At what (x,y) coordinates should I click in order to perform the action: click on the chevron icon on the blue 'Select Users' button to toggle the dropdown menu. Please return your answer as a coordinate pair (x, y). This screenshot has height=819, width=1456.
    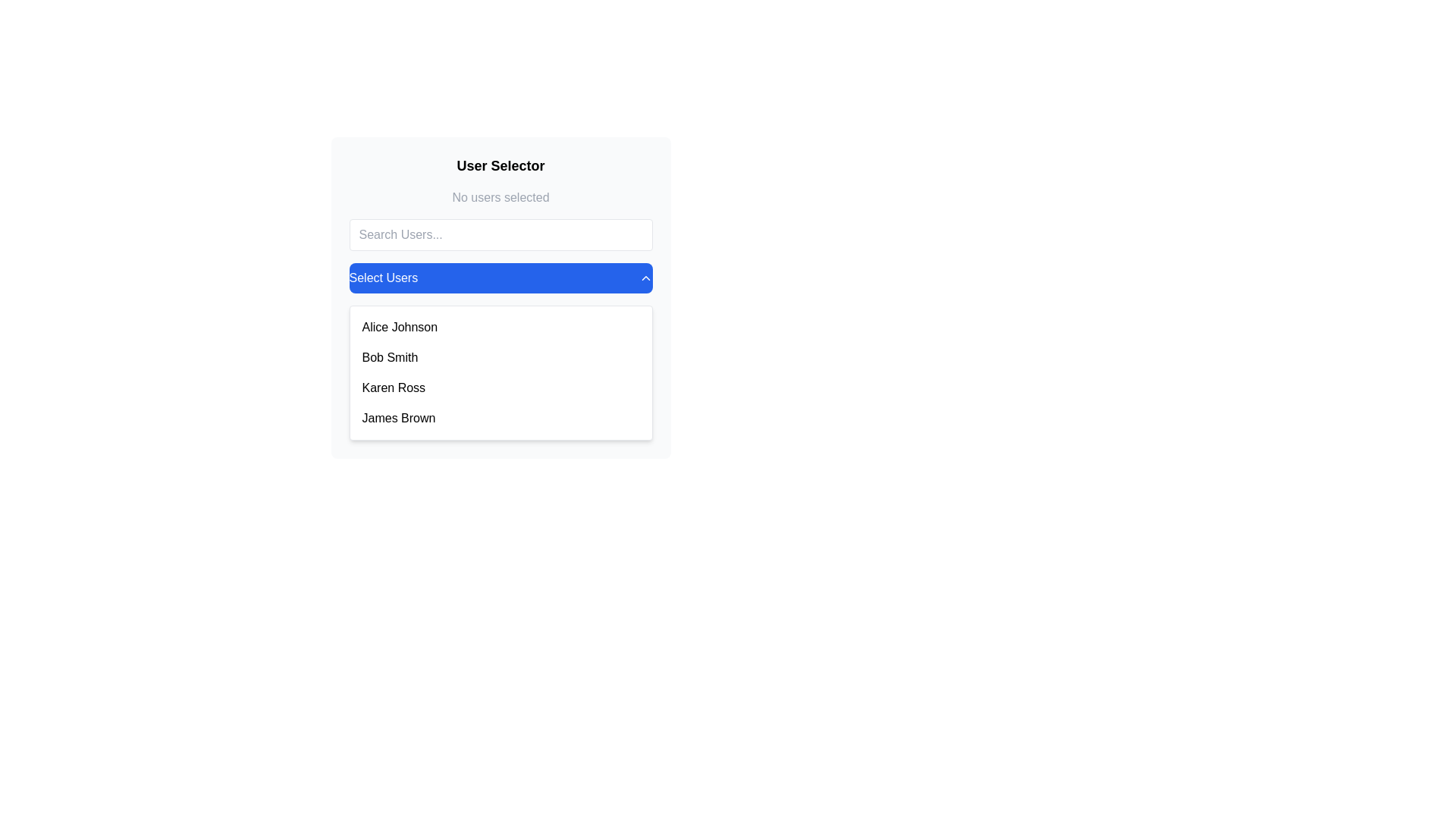
    Looking at the image, I should click on (500, 298).